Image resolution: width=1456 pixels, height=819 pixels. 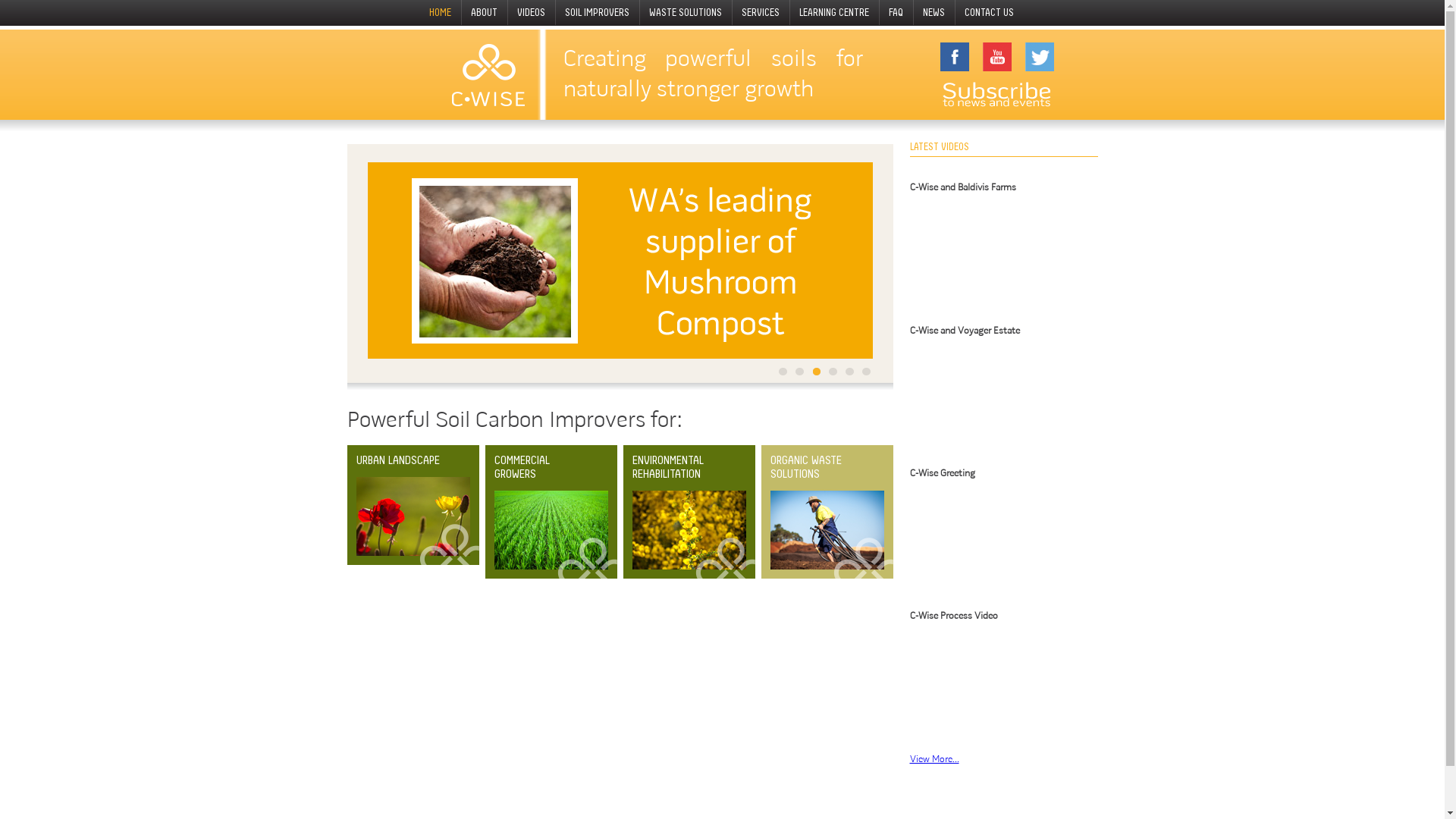 I want to click on 'VIDEOS', so click(x=508, y=12).